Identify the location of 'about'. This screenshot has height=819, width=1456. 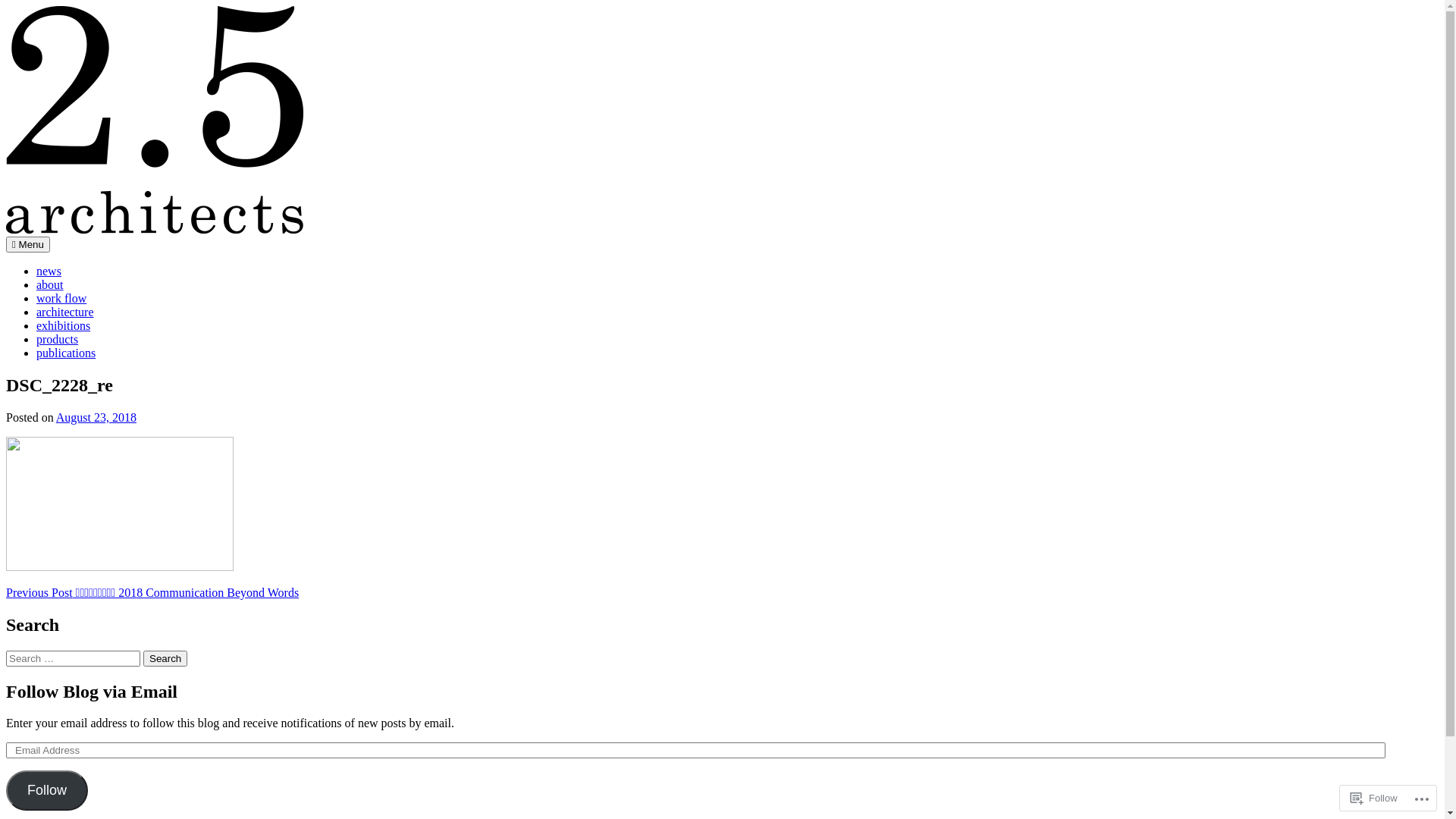
(50, 284).